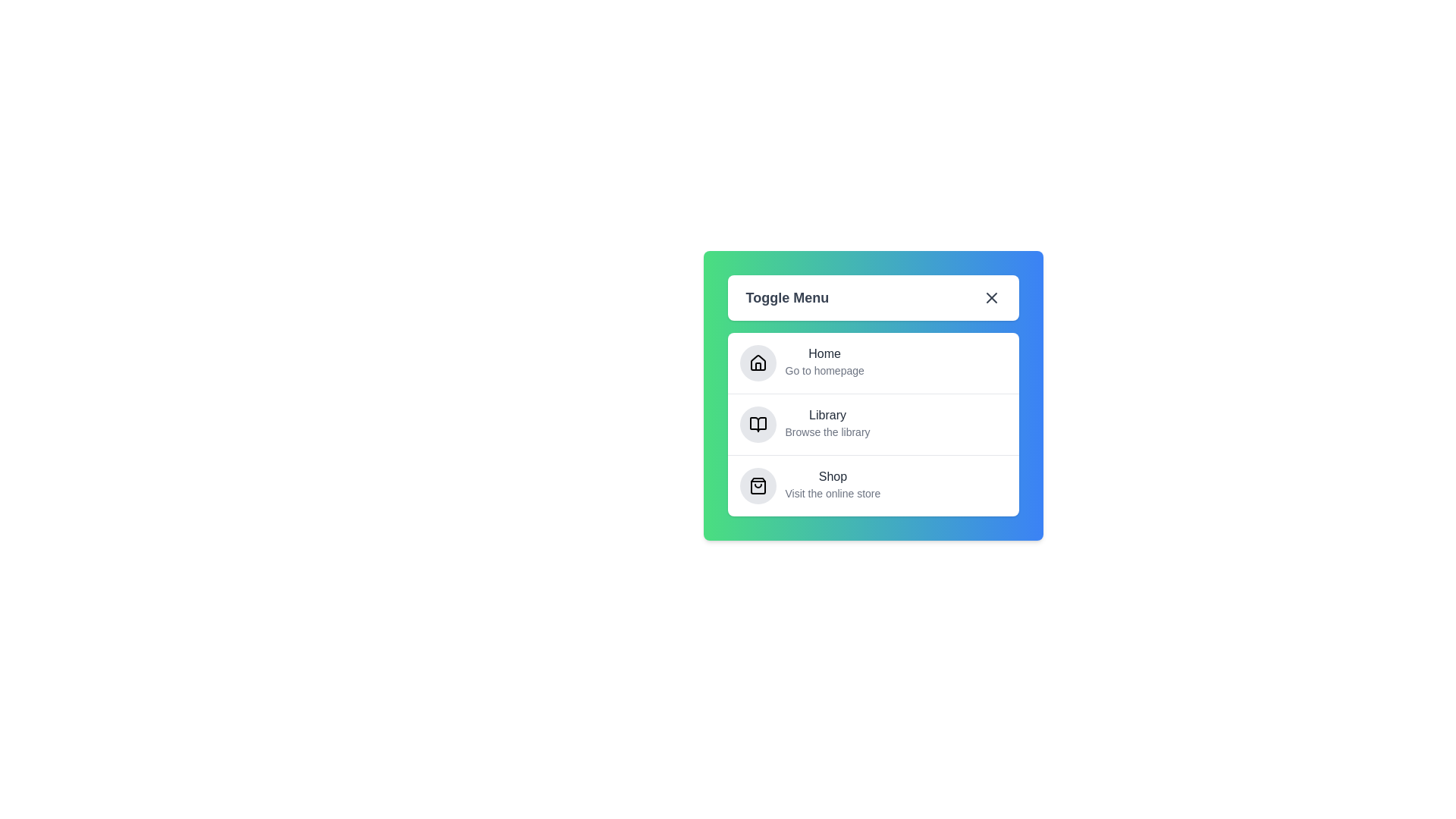 The height and width of the screenshot is (819, 1456). What do you see at coordinates (758, 424) in the screenshot?
I see `the icon corresponding to Library in the menu` at bounding box center [758, 424].